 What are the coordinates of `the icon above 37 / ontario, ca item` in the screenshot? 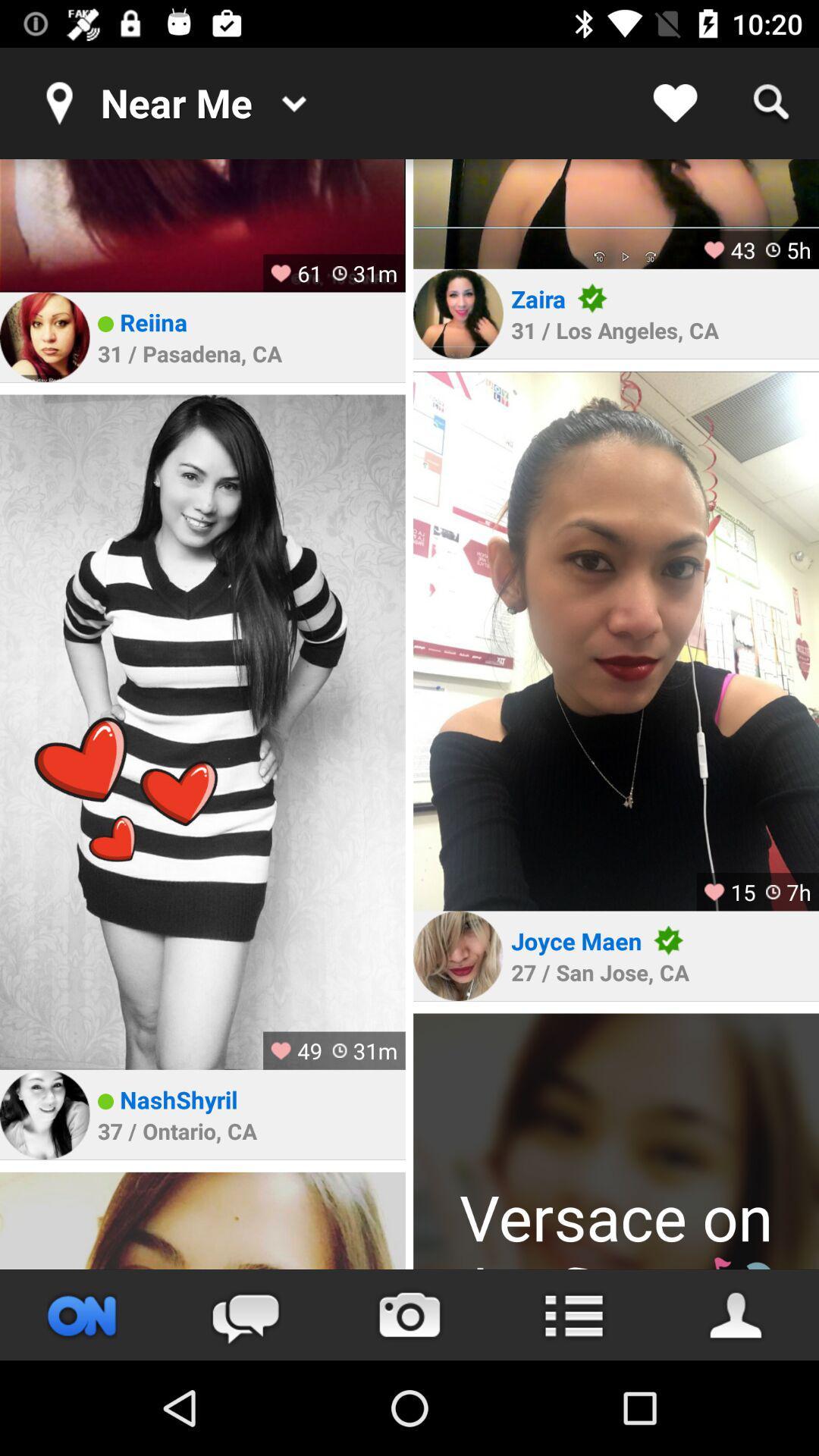 It's located at (177, 1100).